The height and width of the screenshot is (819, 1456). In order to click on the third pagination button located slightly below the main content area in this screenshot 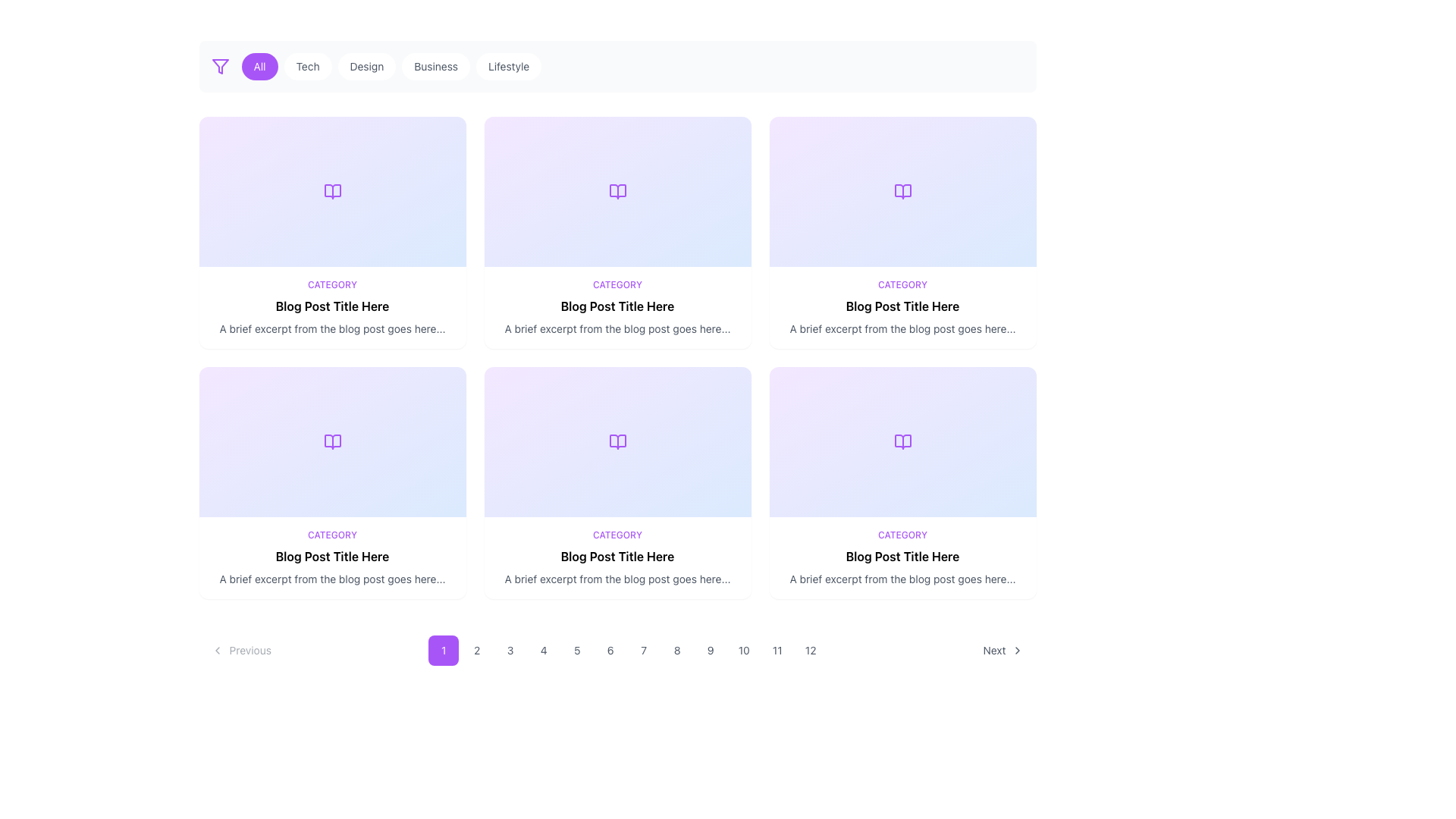, I will do `click(510, 649)`.